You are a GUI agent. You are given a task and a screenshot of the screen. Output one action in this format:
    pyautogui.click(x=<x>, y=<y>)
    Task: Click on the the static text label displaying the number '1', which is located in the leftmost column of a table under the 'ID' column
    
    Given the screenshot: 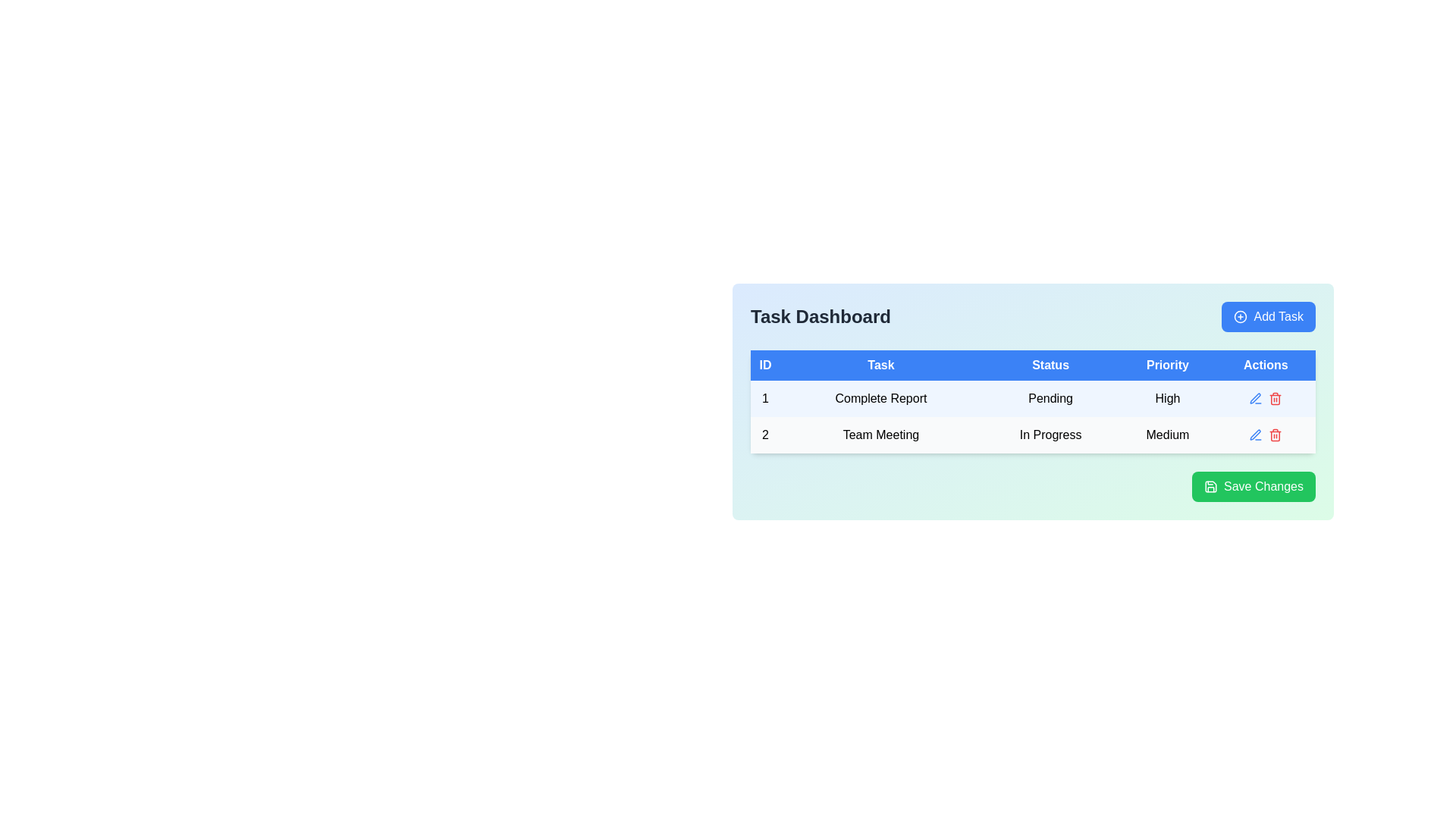 What is the action you would take?
    pyautogui.click(x=765, y=397)
    